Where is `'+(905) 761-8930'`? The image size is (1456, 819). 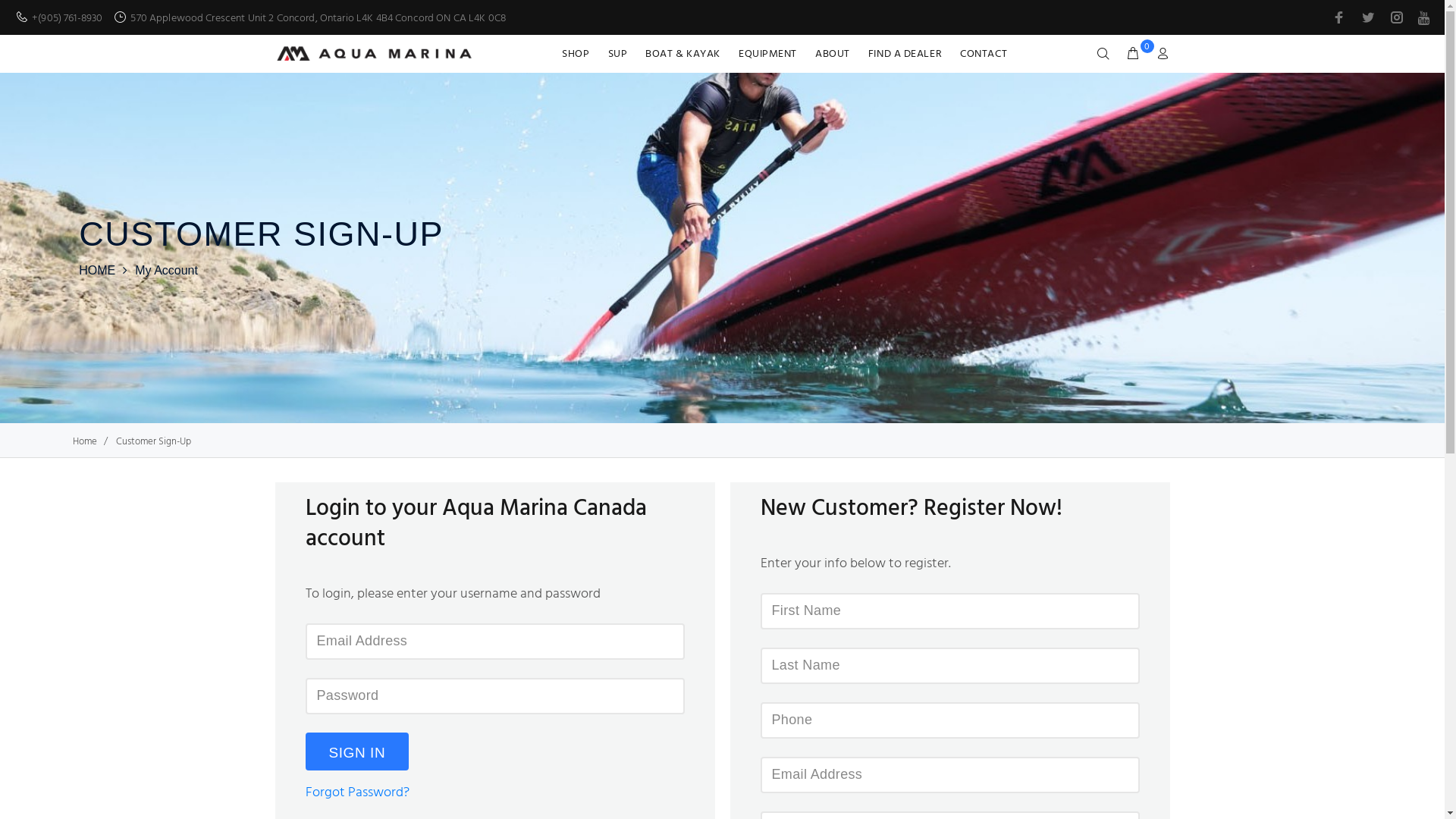 '+(905) 761-8930' is located at coordinates (66, 17).